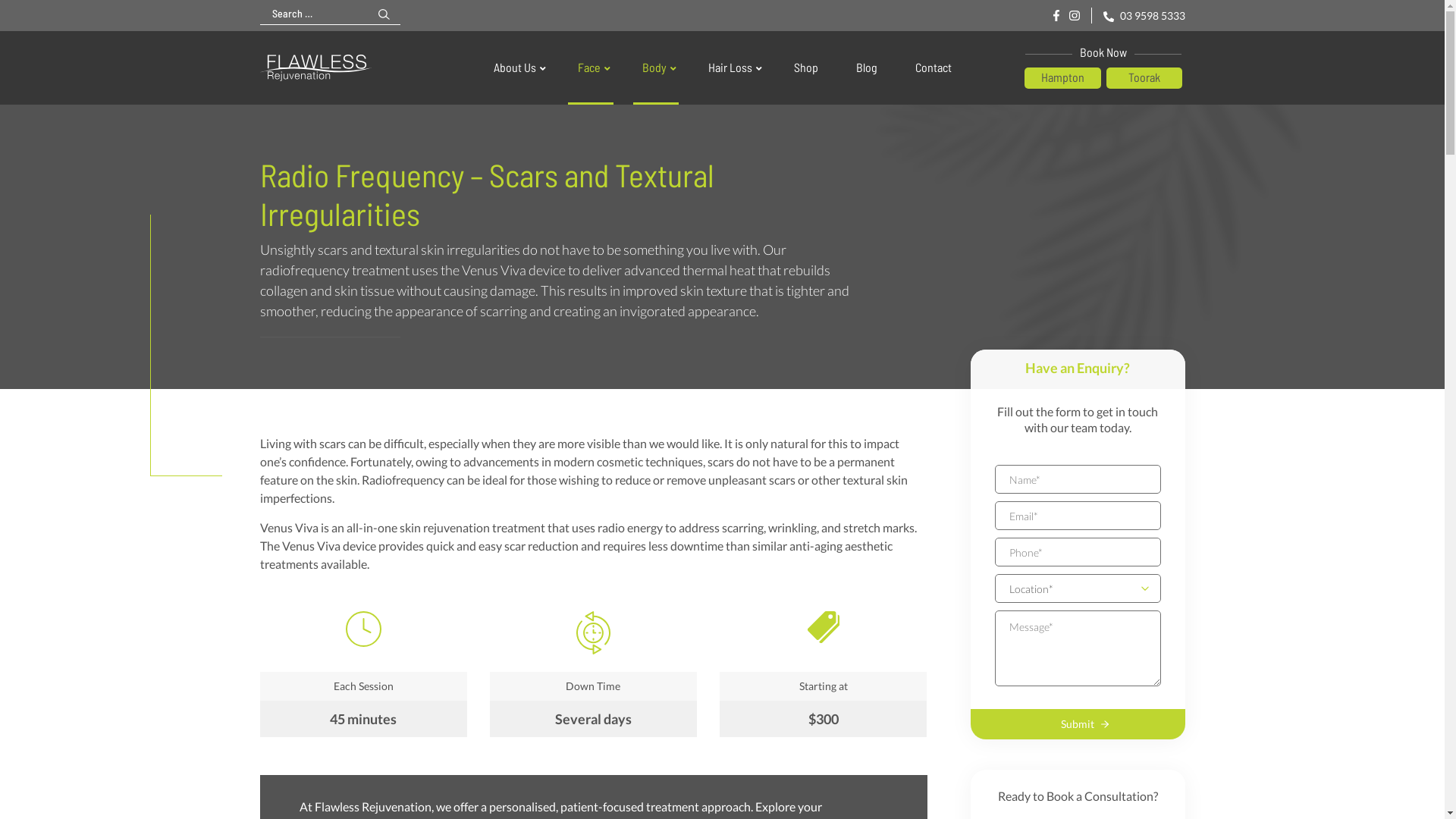 The height and width of the screenshot is (819, 1456). Describe the element at coordinates (1062, 78) in the screenshot. I see `'Hampton'` at that location.